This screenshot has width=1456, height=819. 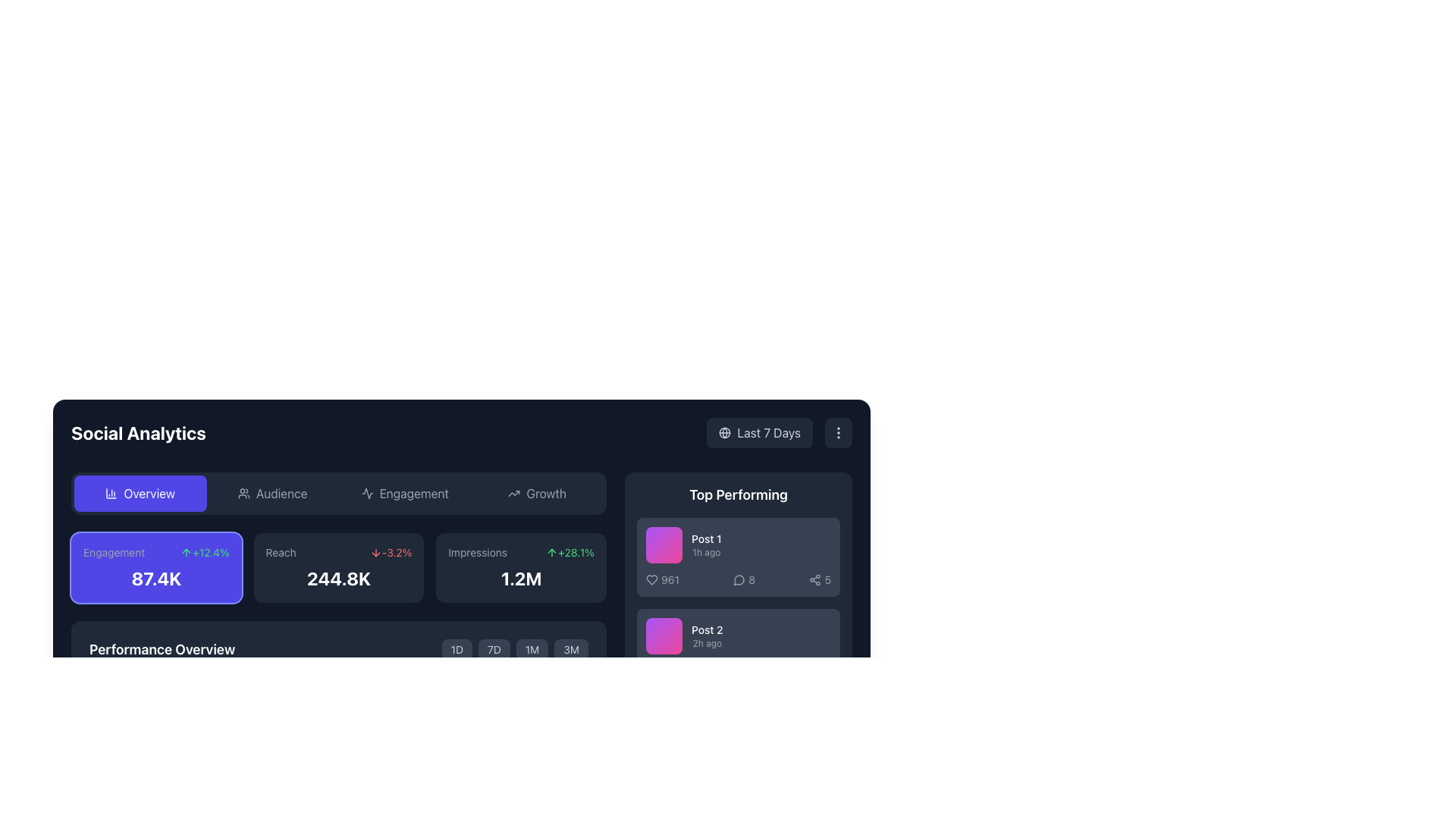 I want to click on the 'Audience' button, which is the second button in a navigation row, to potentially trigger a tooltip or visual effect, so click(x=272, y=494).